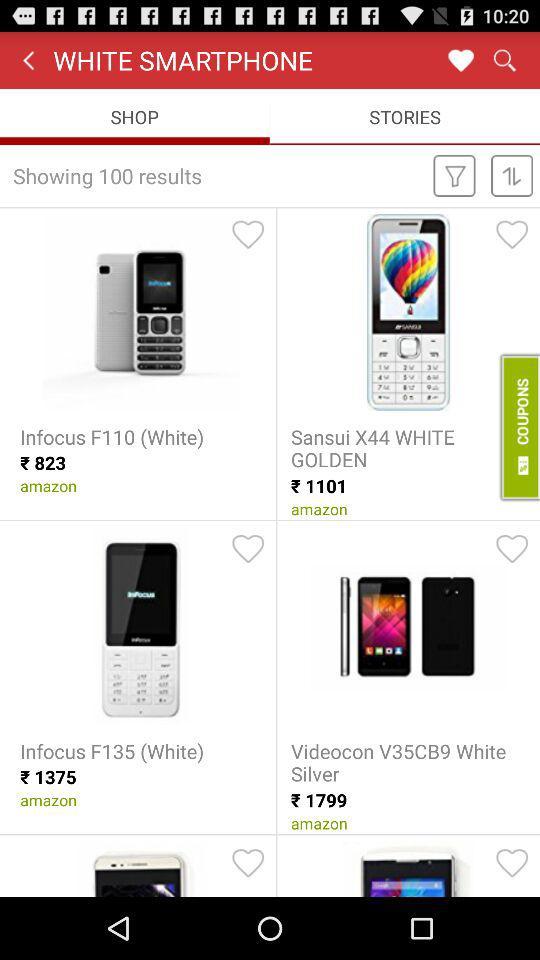  What do you see at coordinates (460, 64) in the screenshot?
I see `the favorite icon` at bounding box center [460, 64].